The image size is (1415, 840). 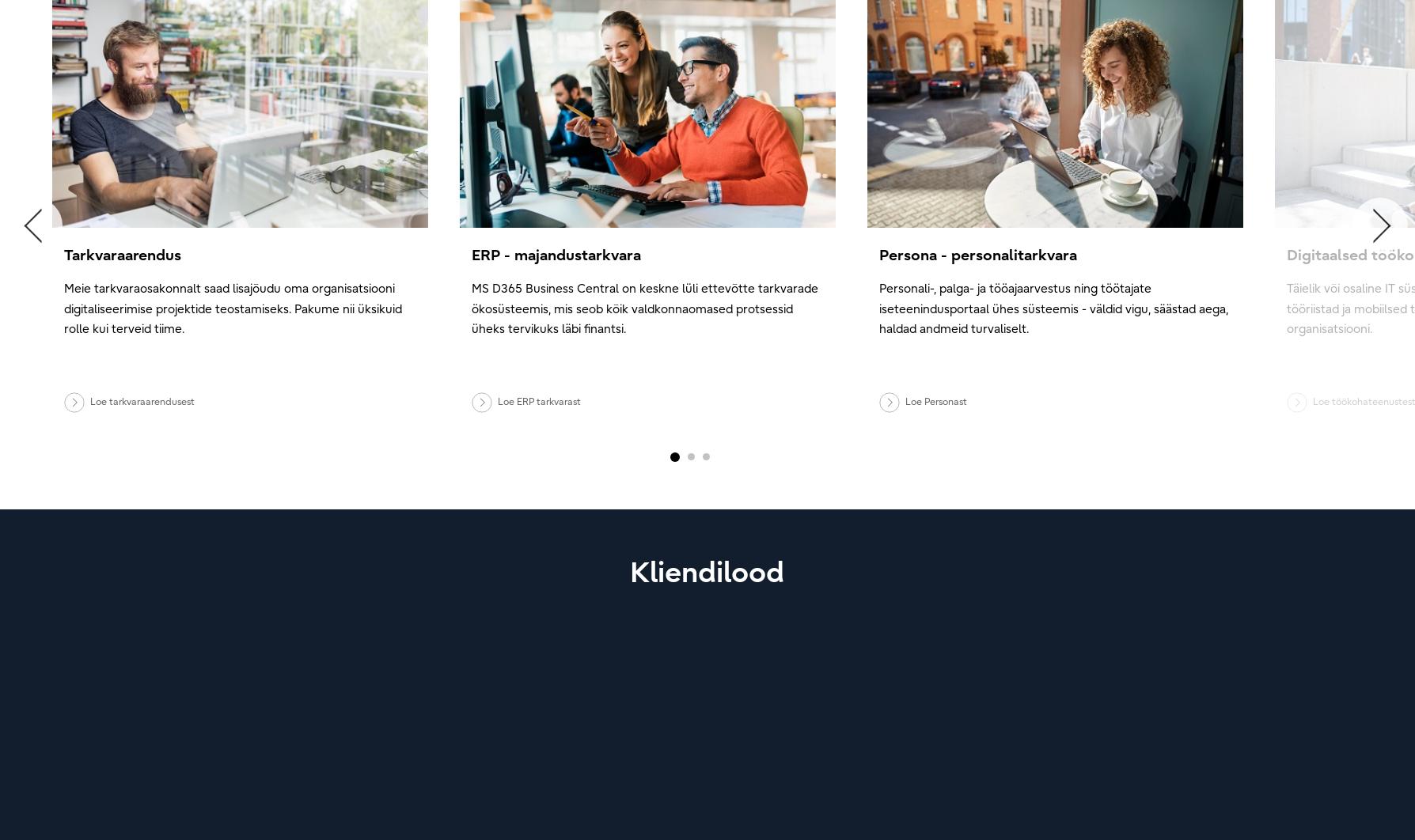 What do you see at coordinates (232, 308) in the screenshot?
I see `'Meie tarkvaraosakonnalt saad lisajõudu oma organisatsiooni digitaliseerimise projektide teostamiseks. Pakume nii üksikuid rolle kui terveid tiime.'` at bounding box center [232, 308].